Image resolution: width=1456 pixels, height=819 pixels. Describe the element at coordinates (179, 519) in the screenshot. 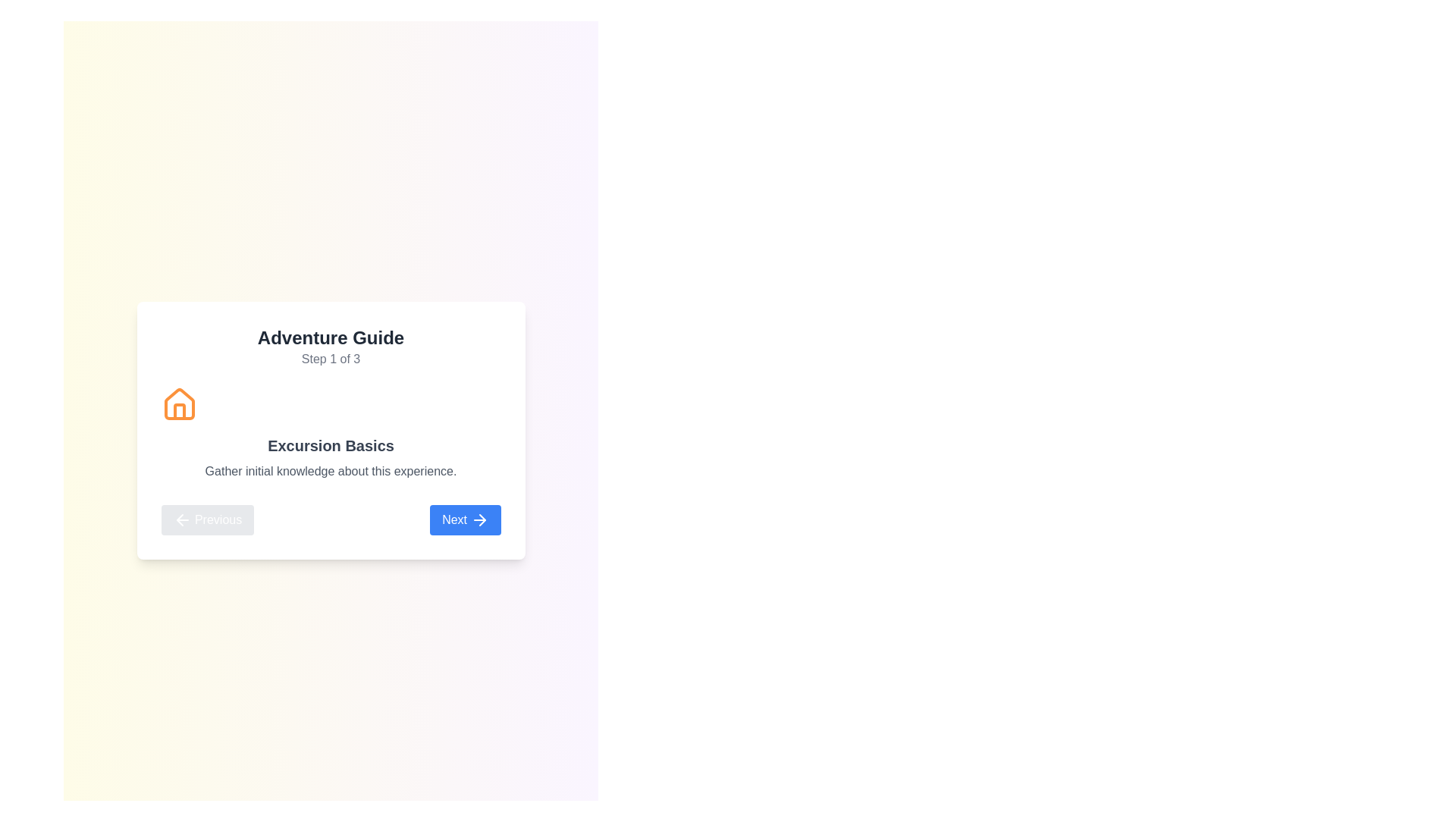

I see `the leftward-pointing arrow graphic, which represents a return or backward action, located in the bottom-left section of the modal window` at that location.